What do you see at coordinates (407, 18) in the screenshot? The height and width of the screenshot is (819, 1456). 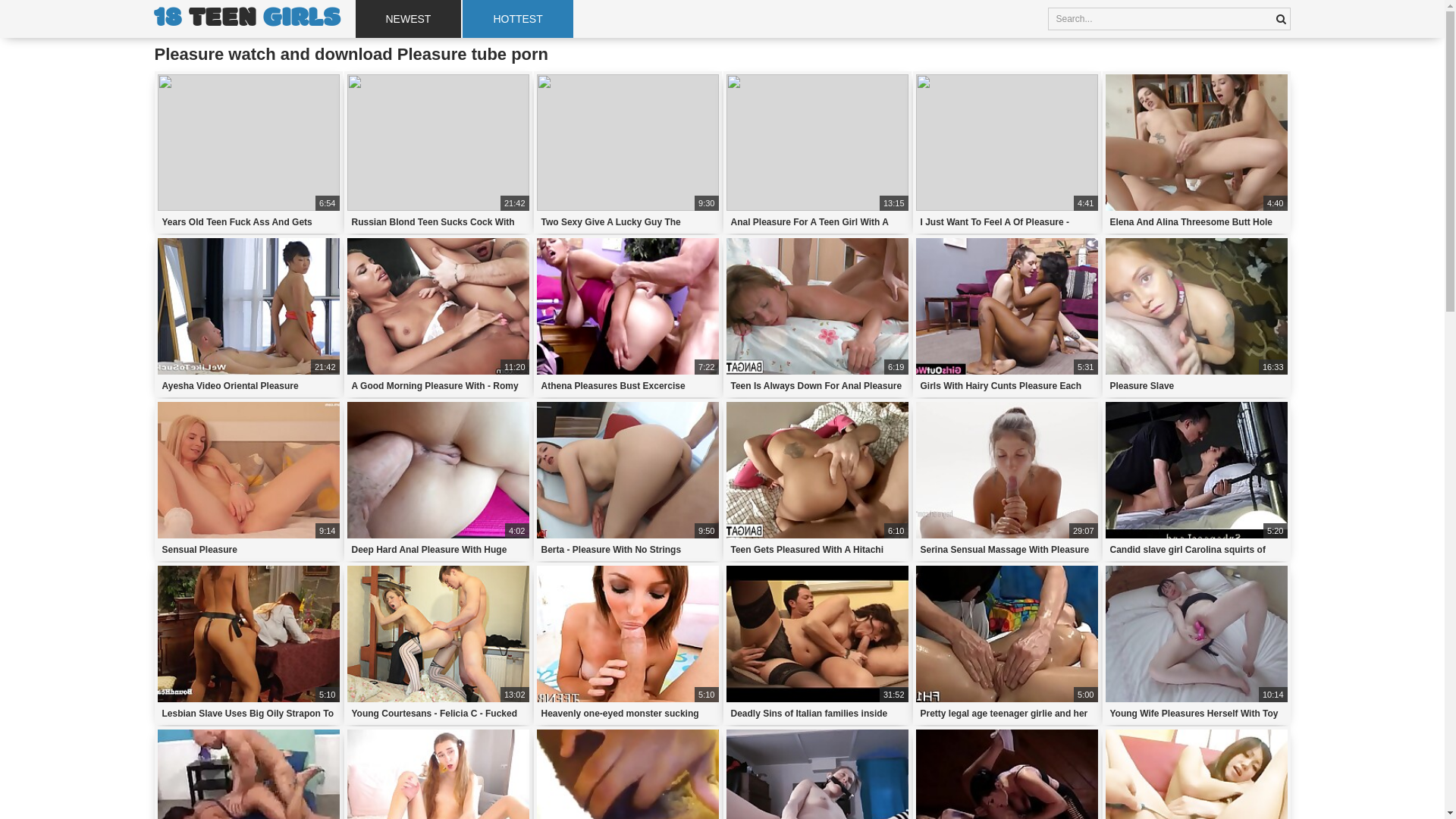 I see `'NEWEST'` at bounding box center [407, 18].